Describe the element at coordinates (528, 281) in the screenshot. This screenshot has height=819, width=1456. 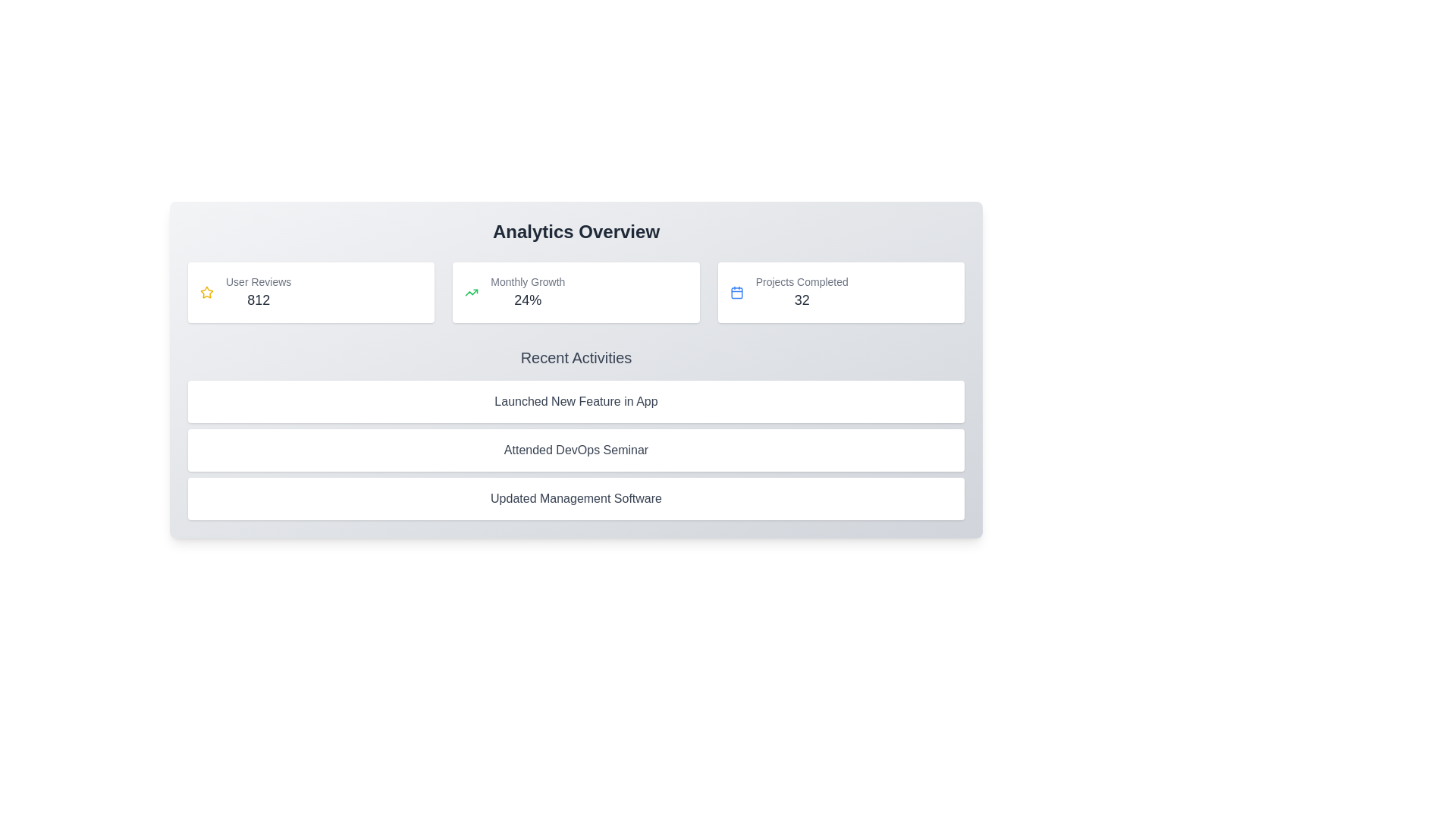
I see `the association of the 'Monthly Growth' label with the '24%' metric` at that location.